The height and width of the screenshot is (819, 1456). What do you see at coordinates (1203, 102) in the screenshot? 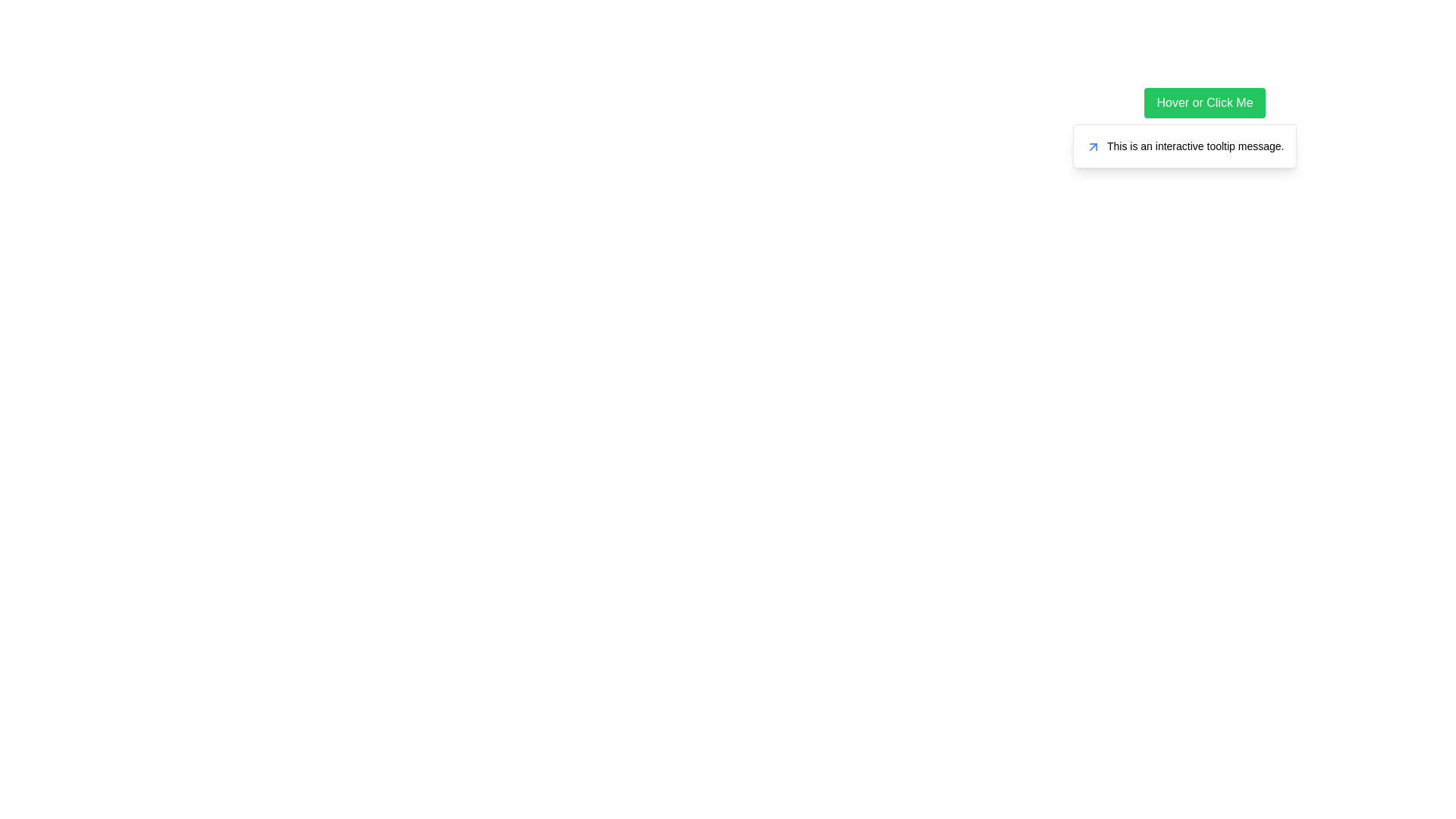
I see `the interactive button located near the top-right section of the page, which may trigger additional functionality or display further information` at bounding box center [1203, 102].